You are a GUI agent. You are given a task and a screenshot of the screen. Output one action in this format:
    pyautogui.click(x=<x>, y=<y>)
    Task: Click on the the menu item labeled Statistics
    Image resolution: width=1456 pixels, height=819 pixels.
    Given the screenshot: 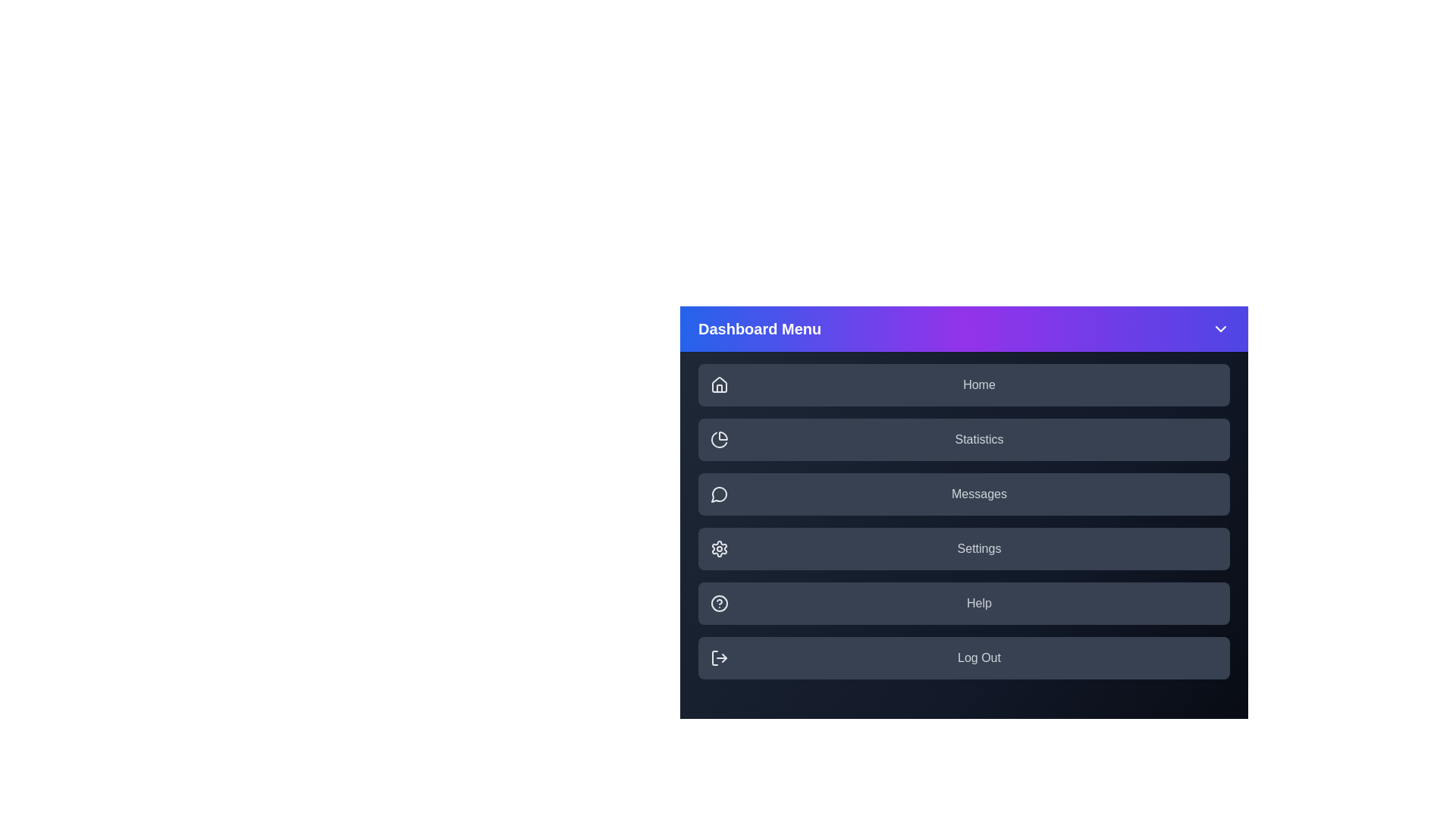 What is the action you would take?
    pyautogui.click(x=963, y=439)
    